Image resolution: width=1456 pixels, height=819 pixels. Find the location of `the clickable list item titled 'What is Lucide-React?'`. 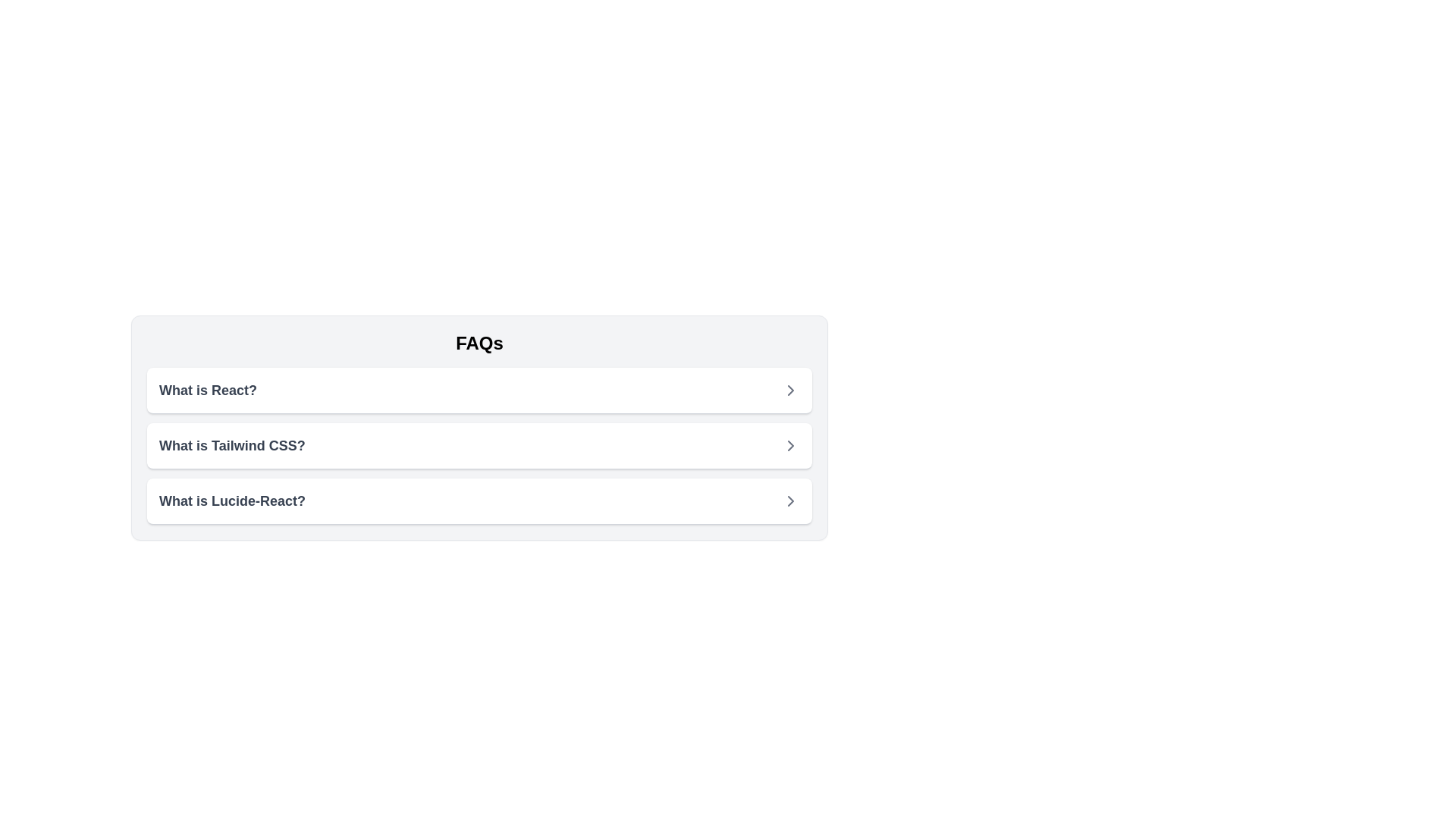

the clickable list item titled 'What is Lucide-React?' is located at coordinates (479, 500).